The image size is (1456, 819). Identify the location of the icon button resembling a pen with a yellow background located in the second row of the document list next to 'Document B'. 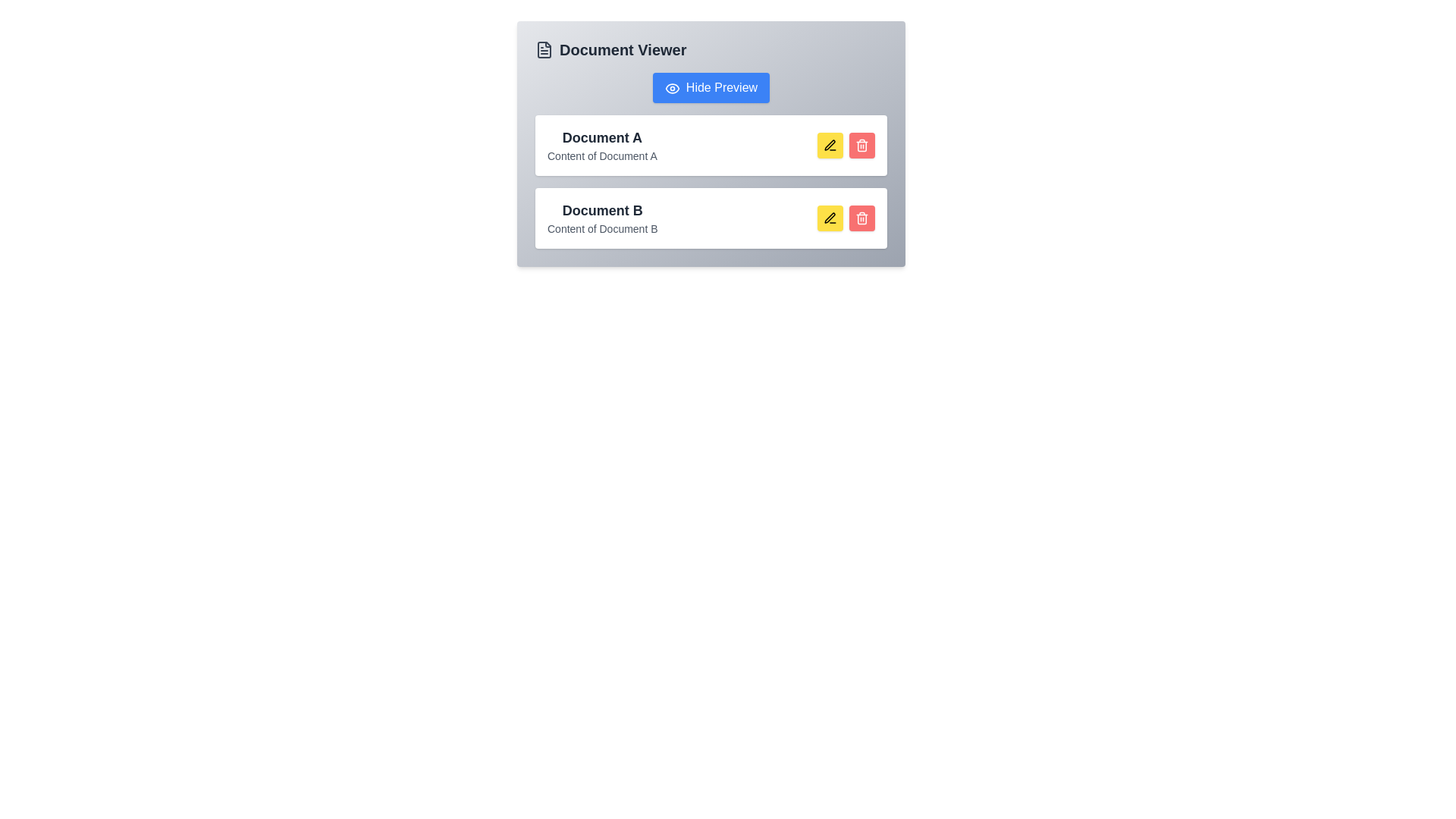
(829, 146).